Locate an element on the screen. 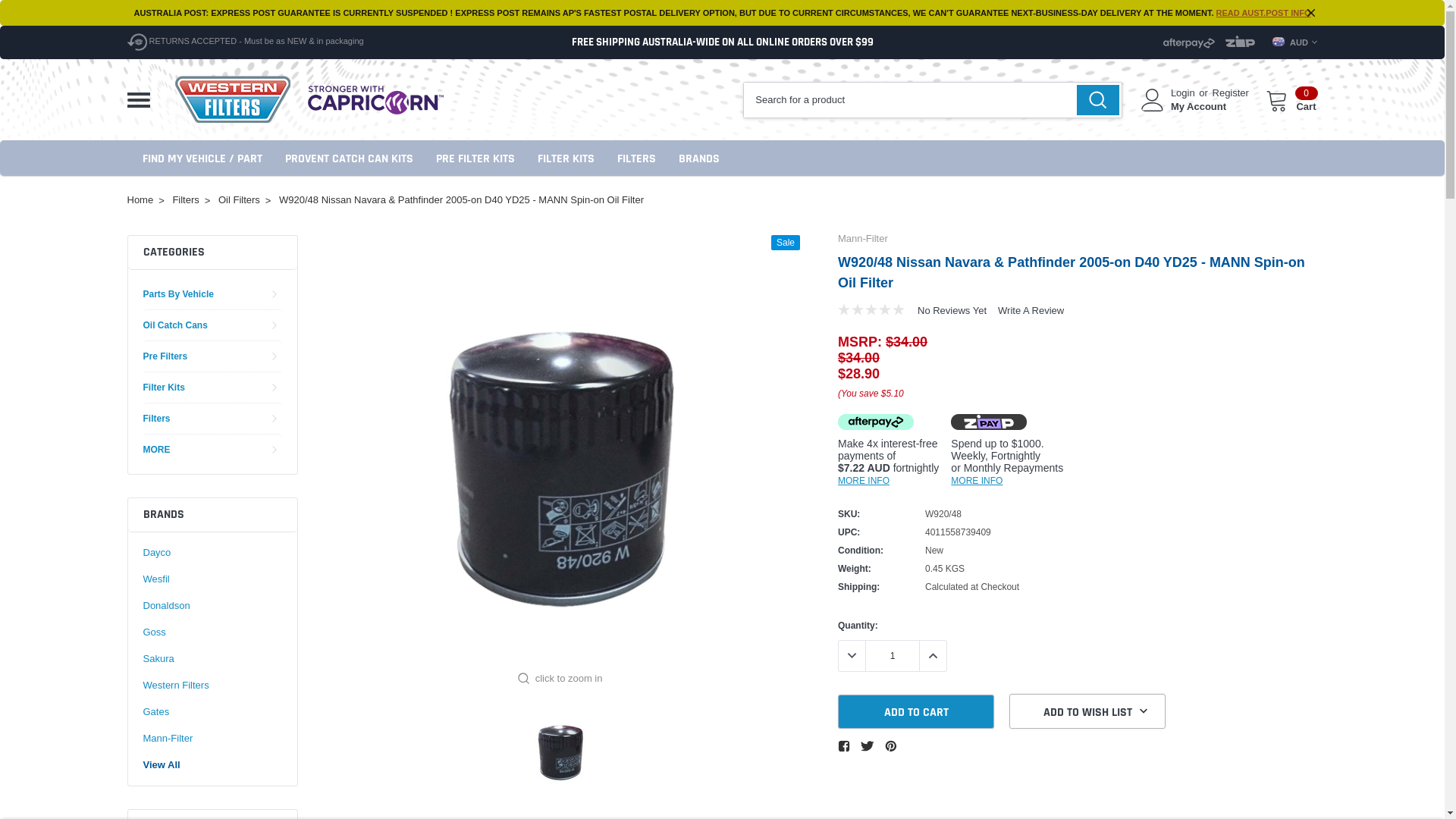  'READ AUST.POST INFO' is located at coordinates (1263, 12).